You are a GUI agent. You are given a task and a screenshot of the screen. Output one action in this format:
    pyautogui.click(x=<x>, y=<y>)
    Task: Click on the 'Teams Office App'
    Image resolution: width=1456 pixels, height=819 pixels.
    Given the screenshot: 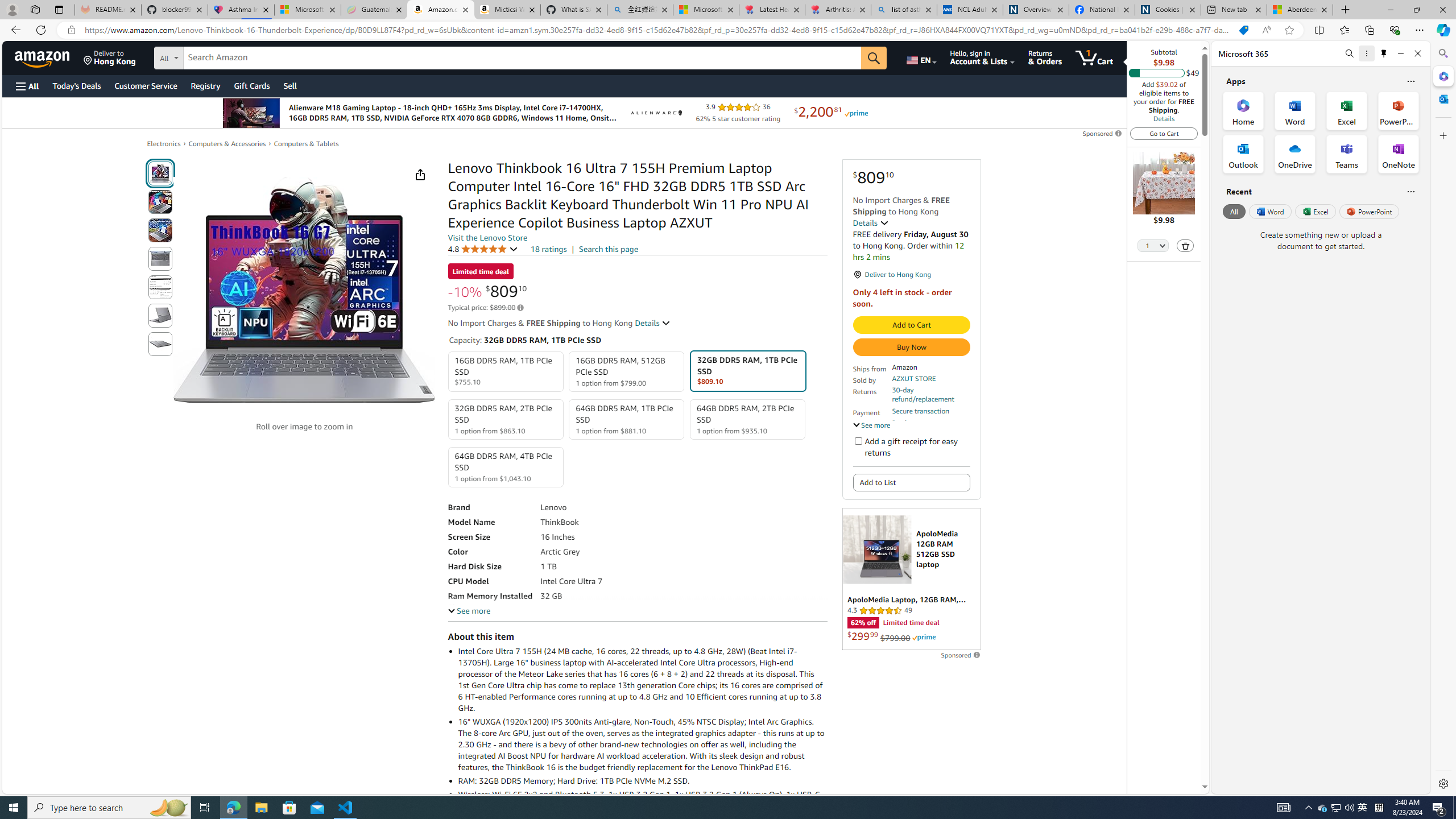 What is the action you would take?
    pyautogui.click(x=1347, y=154)
    